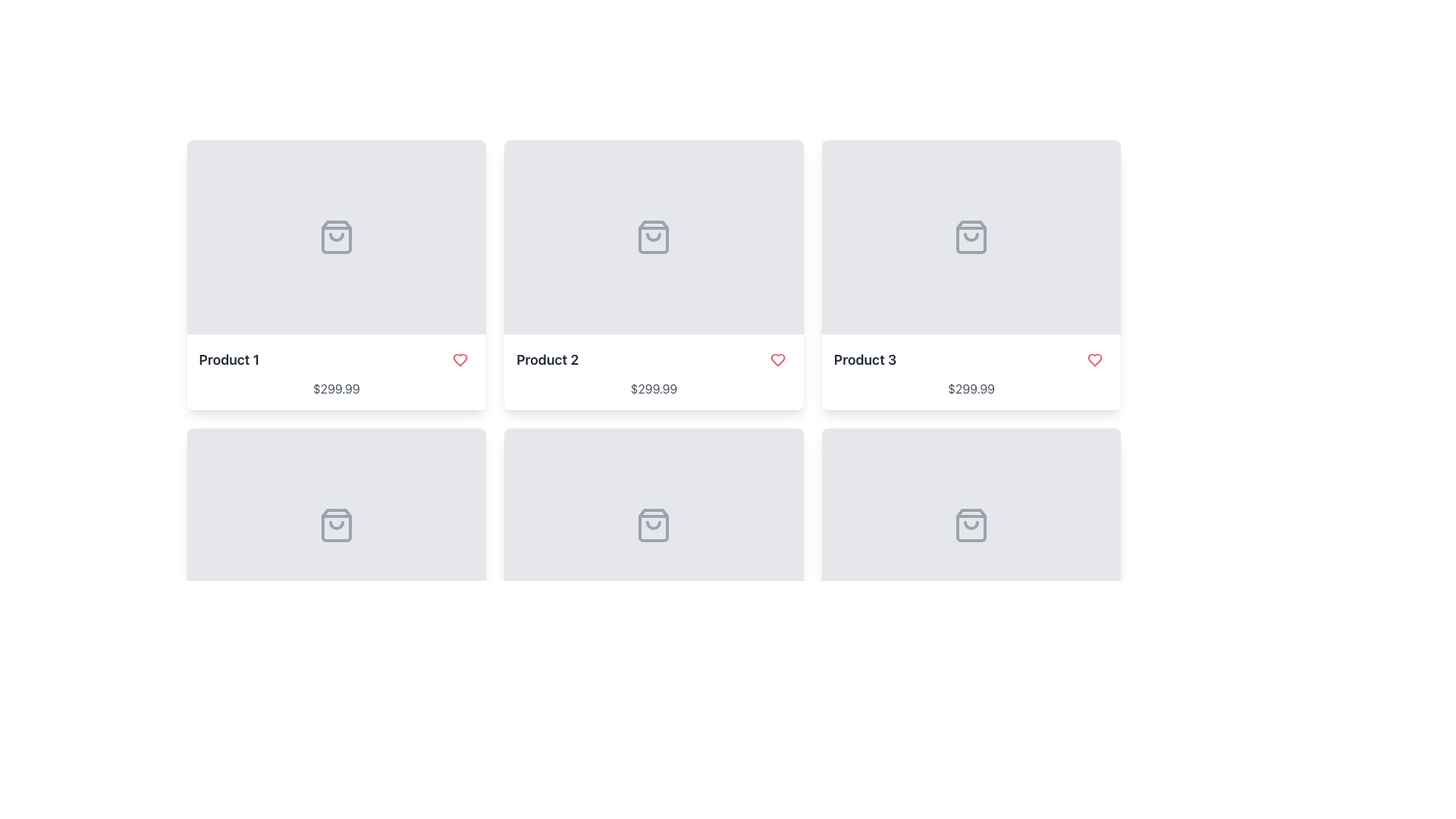 This screenshot has width=1456, height=819. I want to click on the heart icon button located in the card interface of the third product in the top row, so click(1095, 359).